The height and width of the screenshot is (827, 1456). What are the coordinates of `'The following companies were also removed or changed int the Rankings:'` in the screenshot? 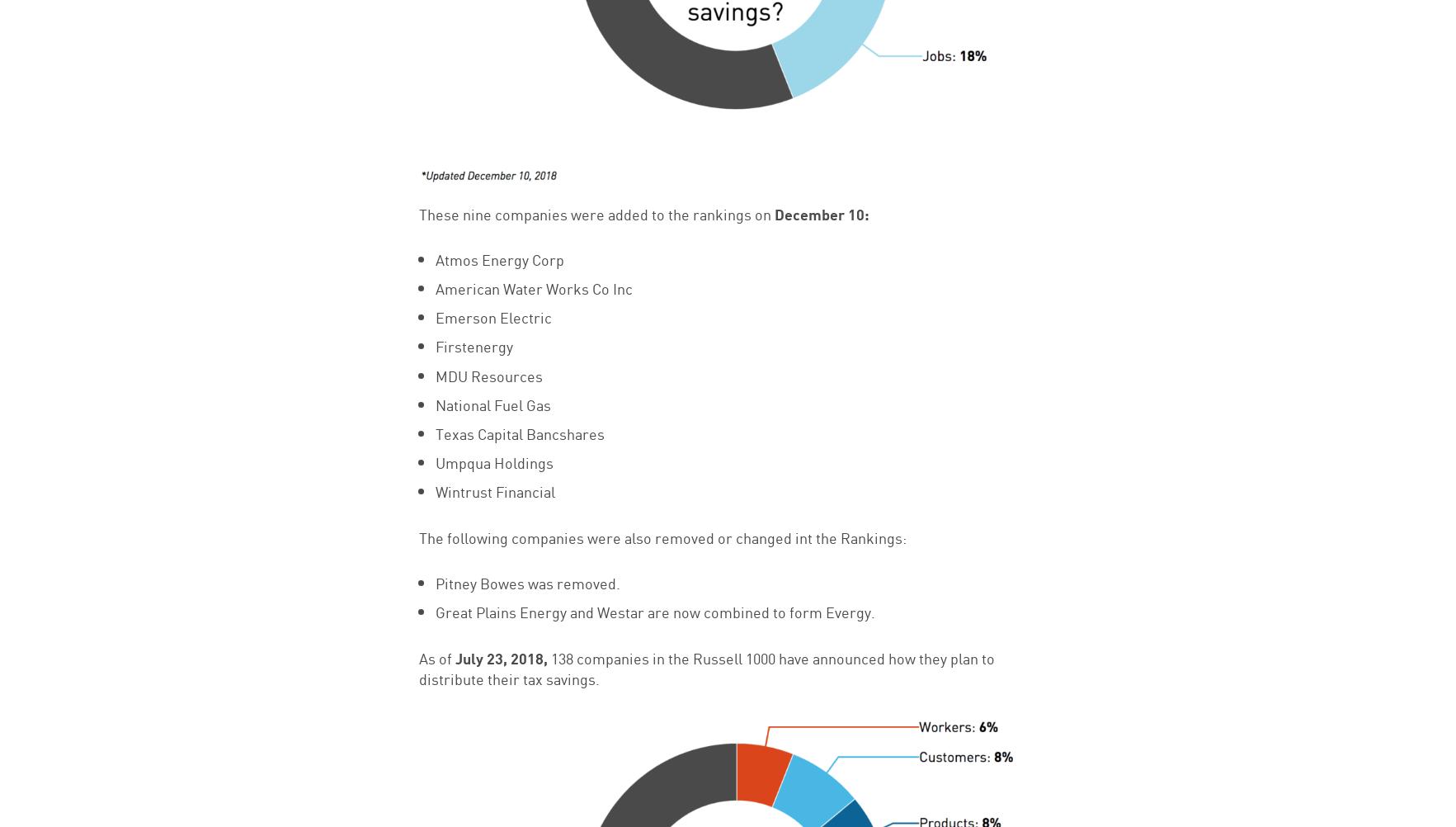 It's located at (661, 535).